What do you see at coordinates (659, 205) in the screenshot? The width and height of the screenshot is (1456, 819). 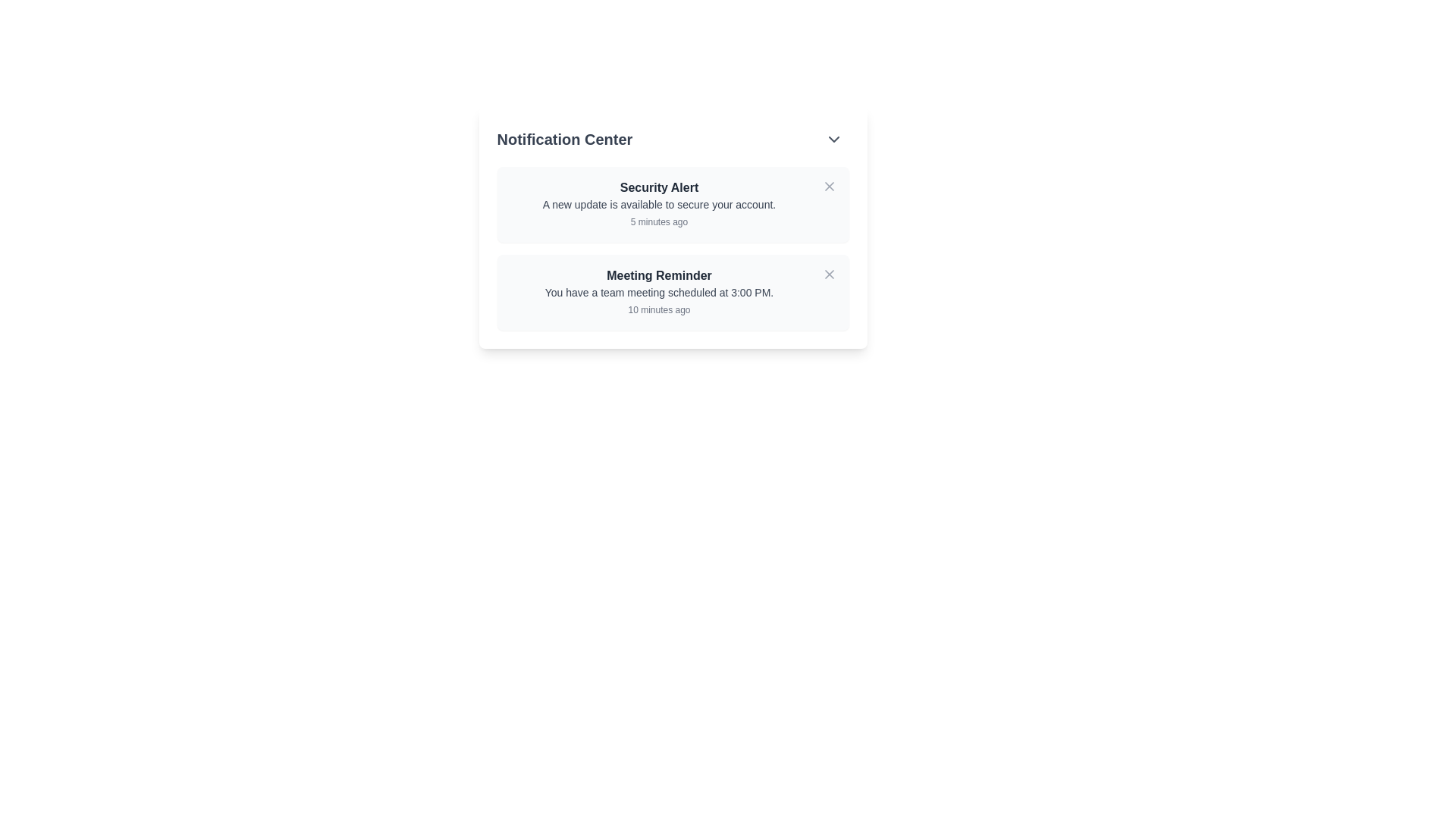 I see `keyboard navigation` at bounding box center [659, 205].